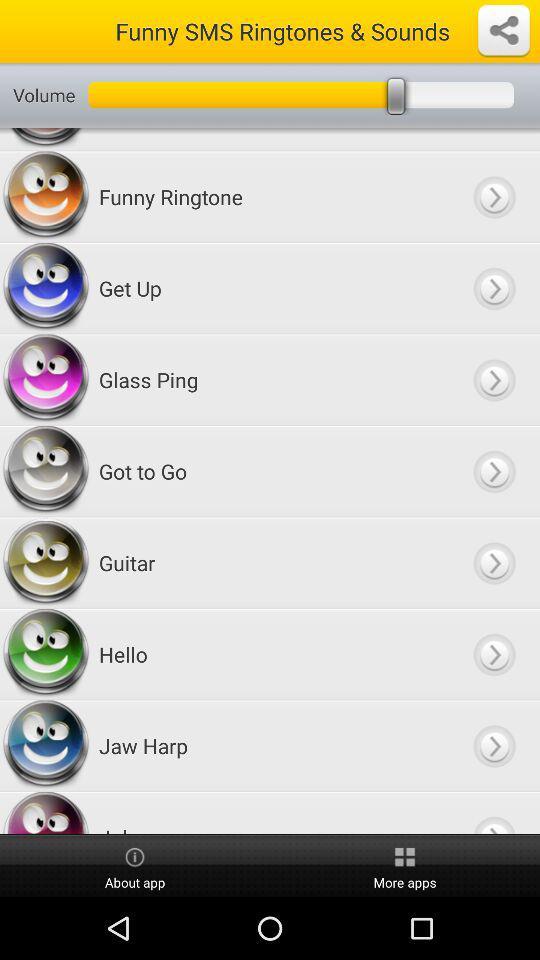 The width and height of the screenshot is (540, 960). Describe the element at coordinates (493, 813) in the screenshot. I see `next page` at that location.